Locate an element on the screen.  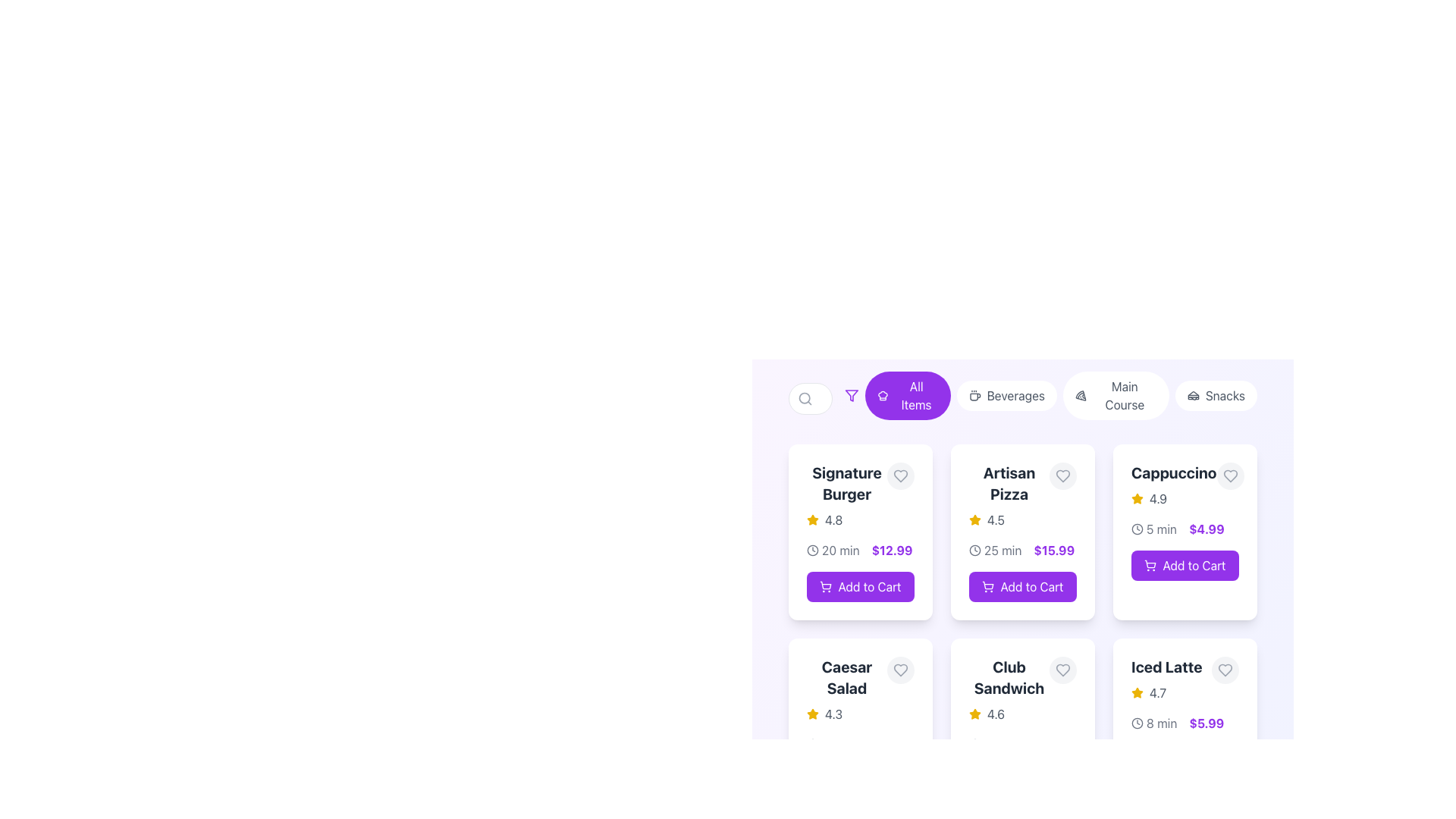
the price text label that displays the cost of the associated product, located to the right of the '20 min' text label in the first column of the grid layout under the 'Signature Burger' card is located at coordinates (892, 550).